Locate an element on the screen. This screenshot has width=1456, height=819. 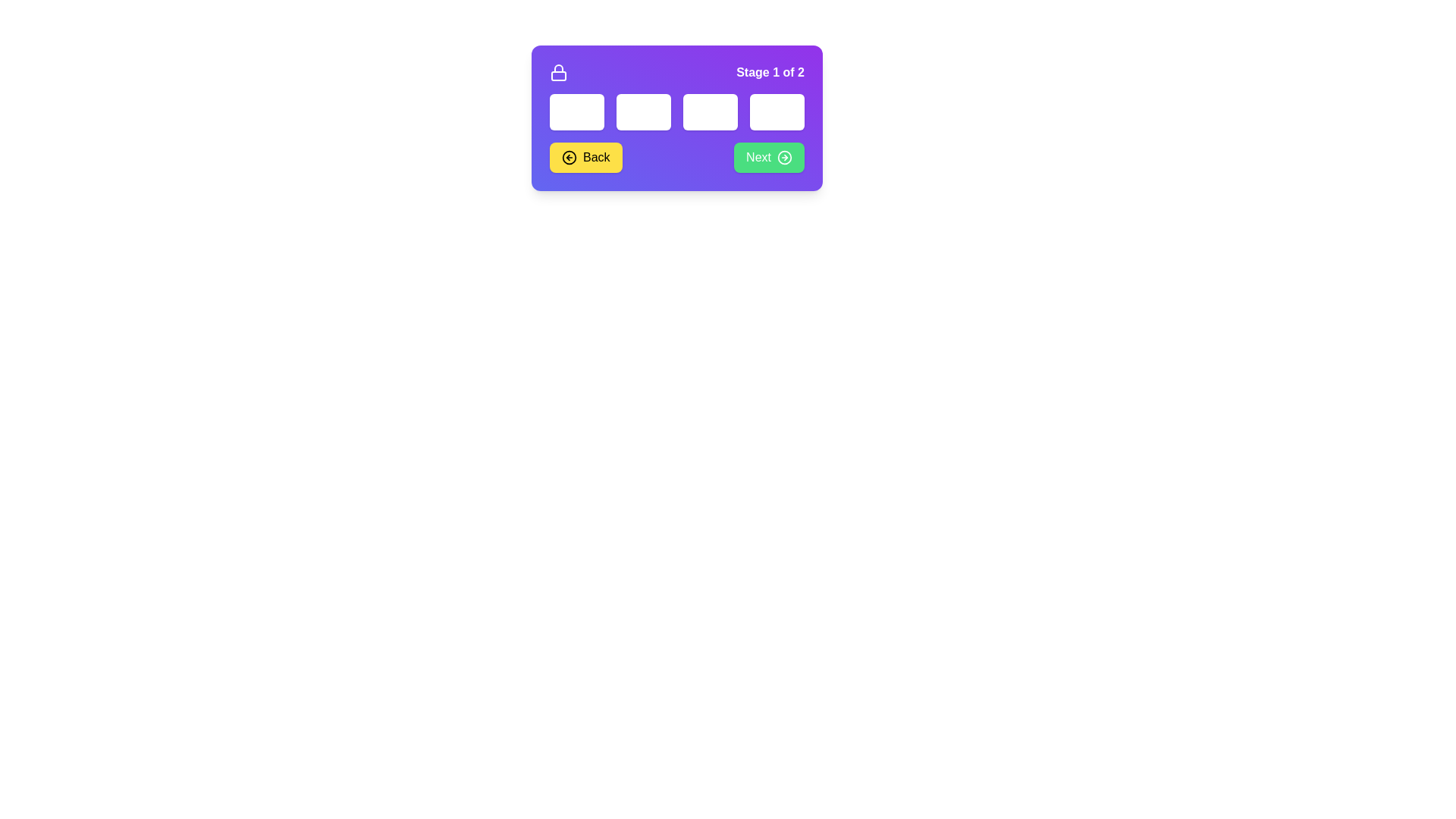
the forward navigation button located in the bottom-right corner of the purple rectangular card to proceed to the next step is located at coordinates (769, 158).